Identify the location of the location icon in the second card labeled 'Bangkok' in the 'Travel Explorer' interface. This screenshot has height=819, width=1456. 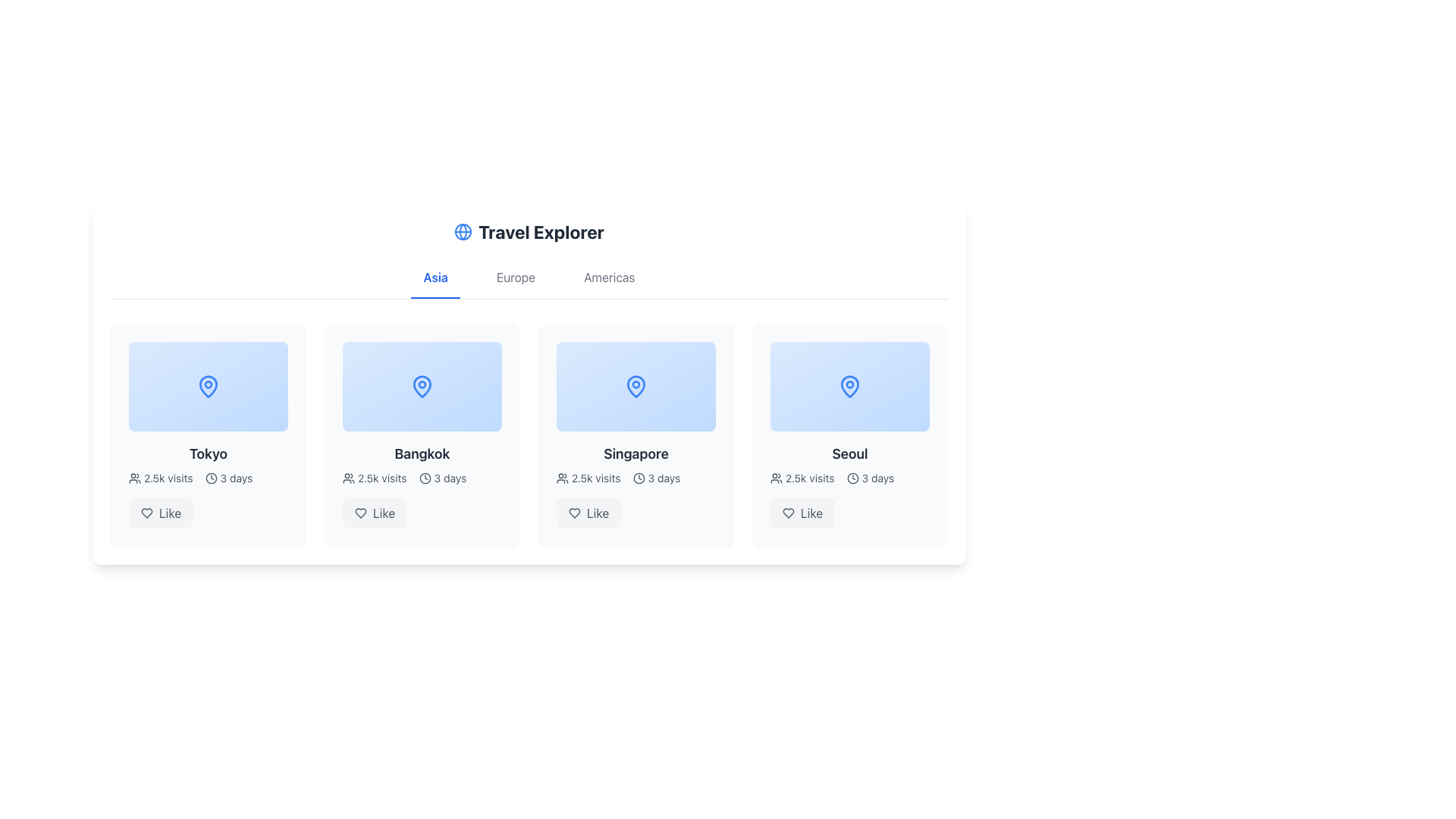
(422, 385).